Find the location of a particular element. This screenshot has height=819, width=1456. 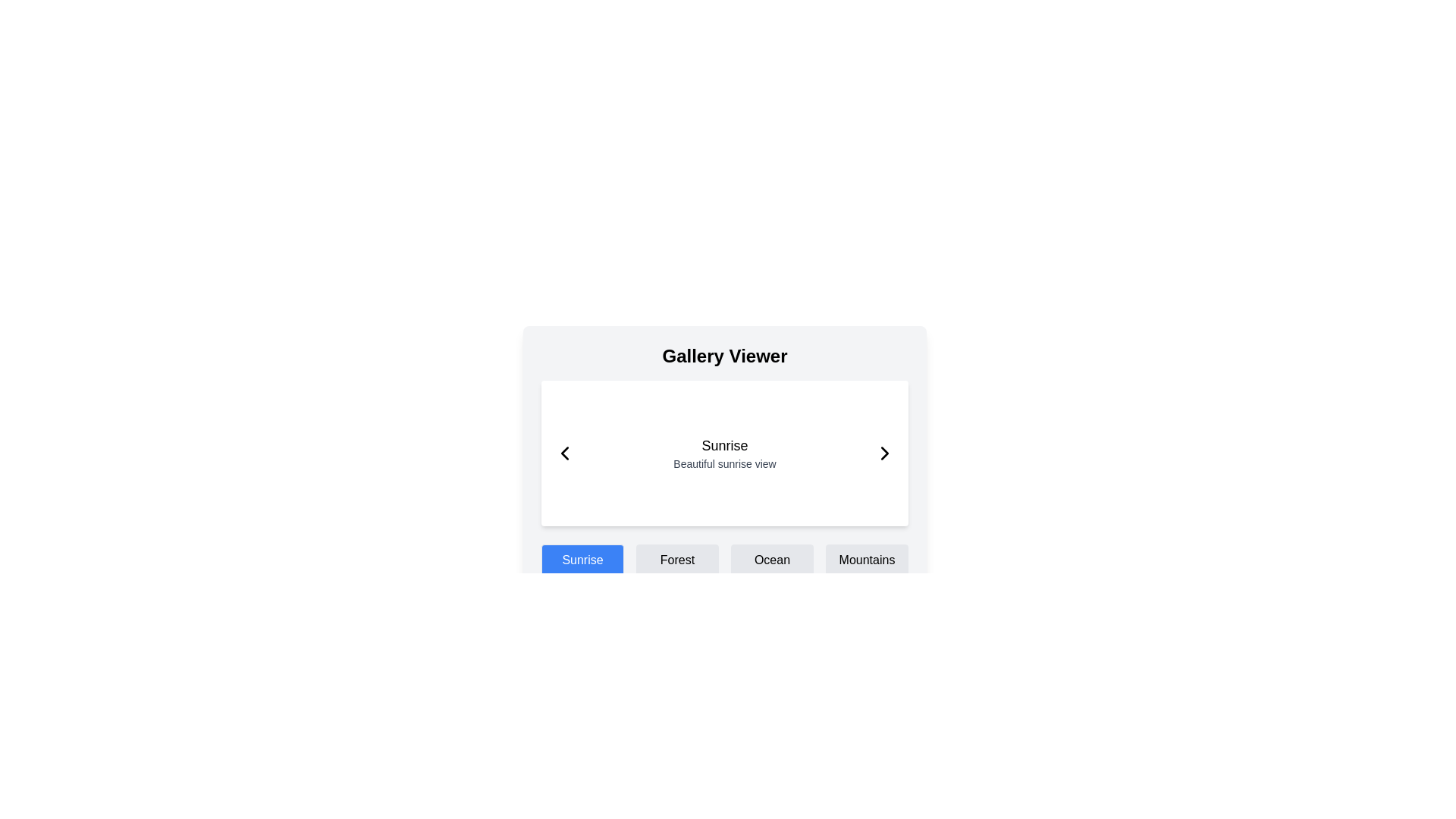

the 'Sunrise' text block, which consists of two lines of text centered within a white card, with the first line in bold and larger font, and the second line in smaller gray font is located at coordinates (723, 452).